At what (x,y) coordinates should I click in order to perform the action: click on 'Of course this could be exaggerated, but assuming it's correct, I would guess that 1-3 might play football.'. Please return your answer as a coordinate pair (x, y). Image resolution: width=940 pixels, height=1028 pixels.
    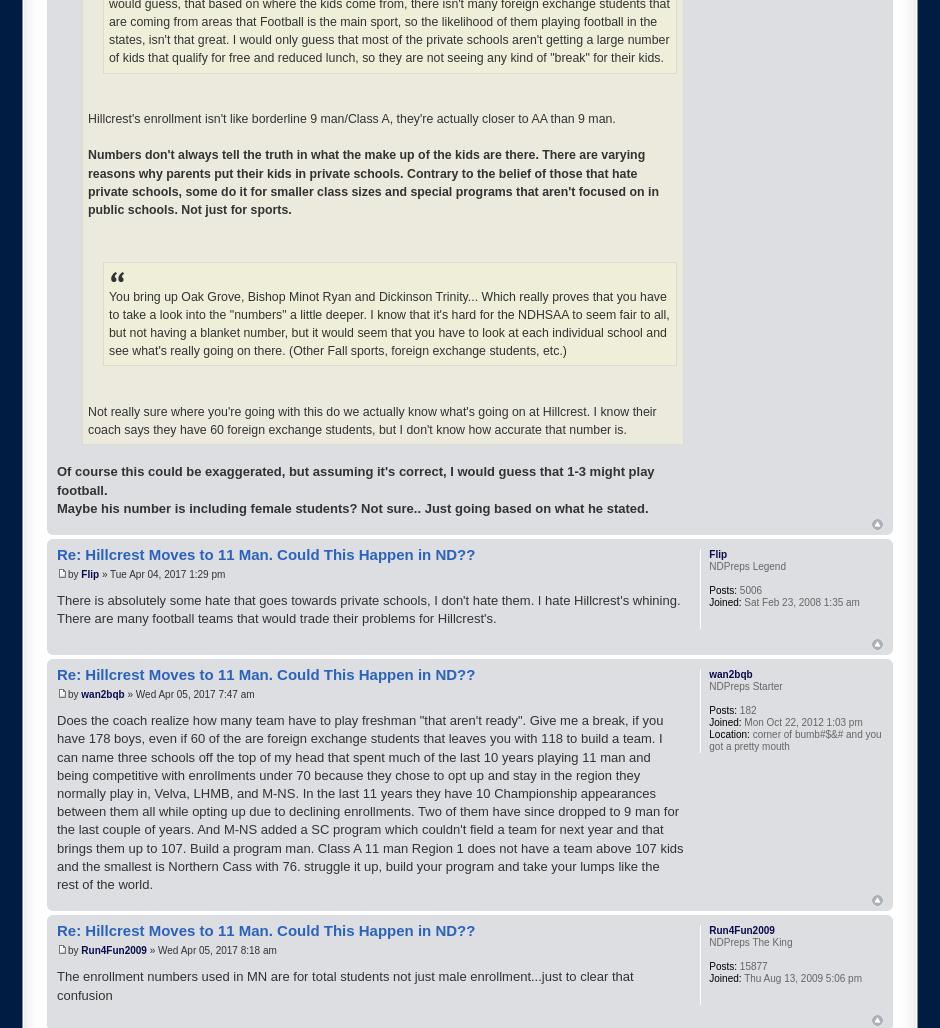
    Looking at the image, I should click on (354, 479).